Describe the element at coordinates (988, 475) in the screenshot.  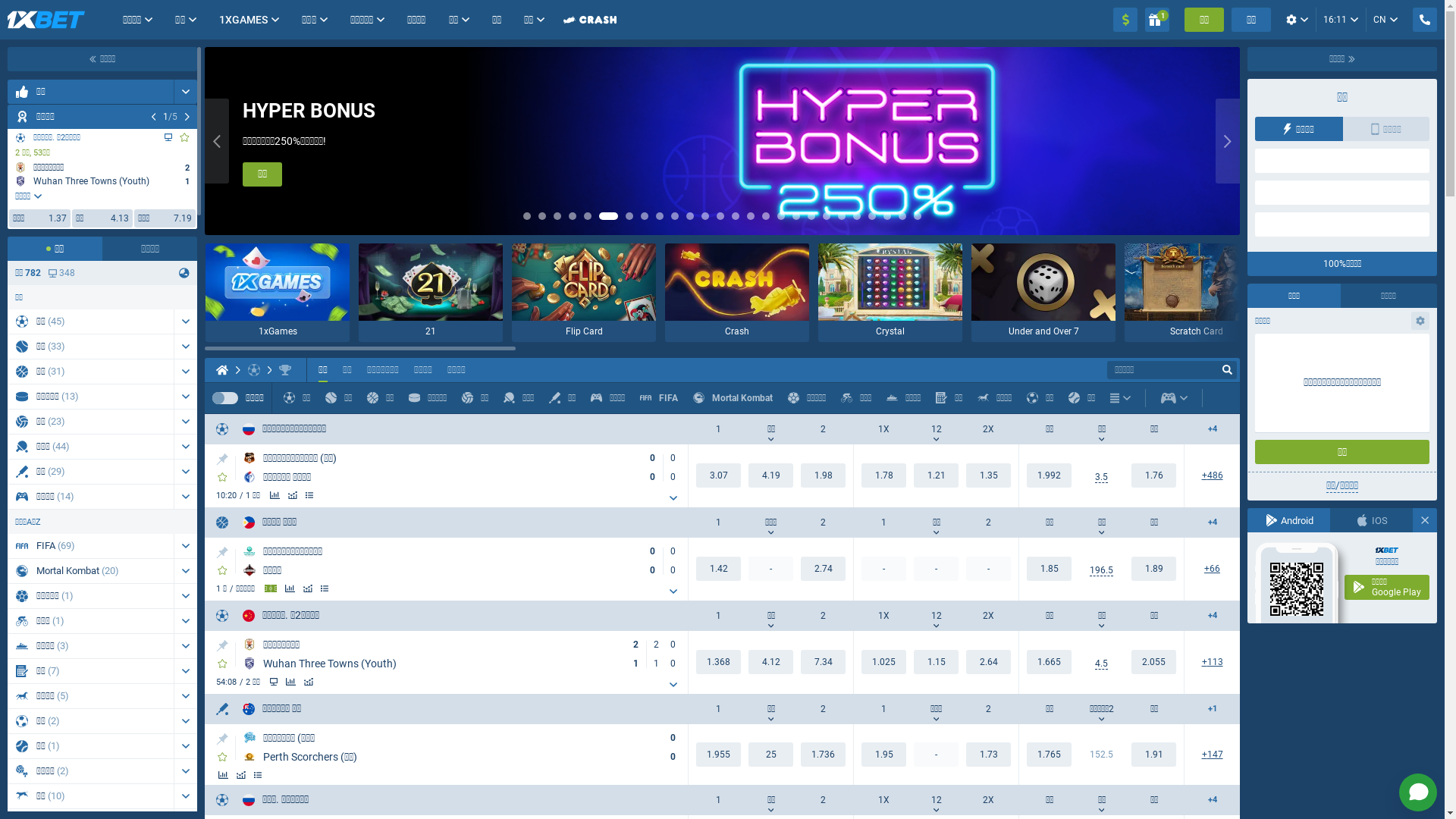
I see `'1.35'` at that location.